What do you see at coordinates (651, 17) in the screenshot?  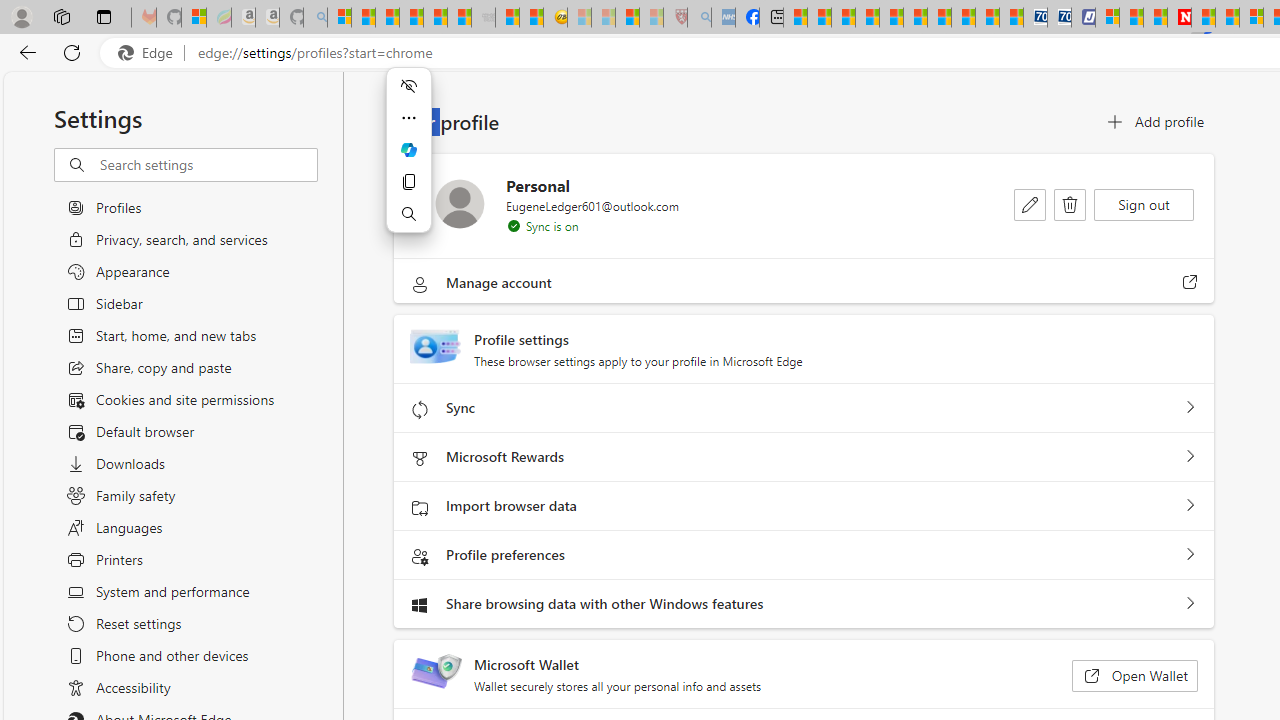 I see `'12 Popular Science Lies that Must be Corrected - Sleeping'` at bounding box center [651, 17].